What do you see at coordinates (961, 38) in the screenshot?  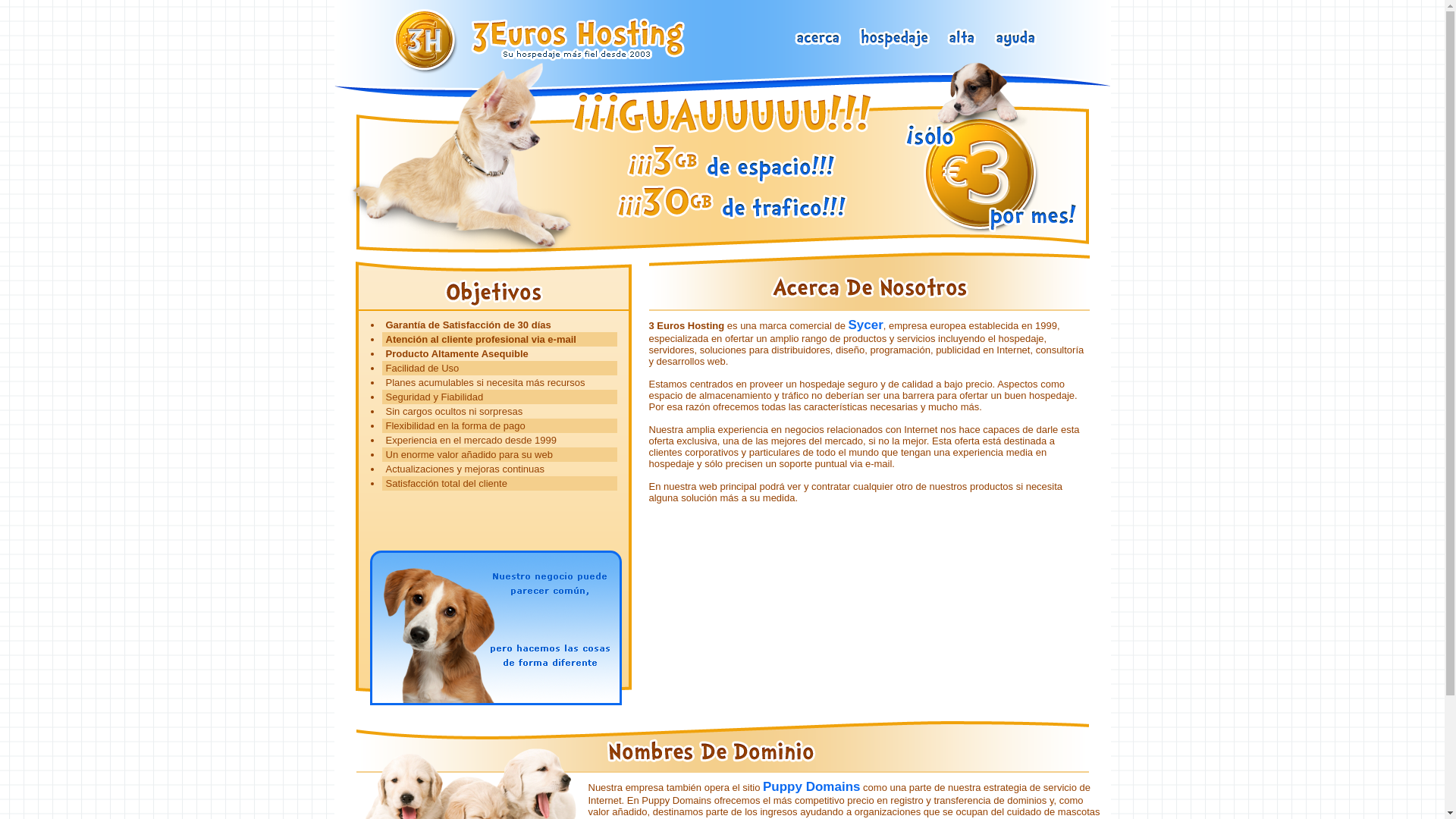 I see `'alta'` at bounding box center [961, 38].